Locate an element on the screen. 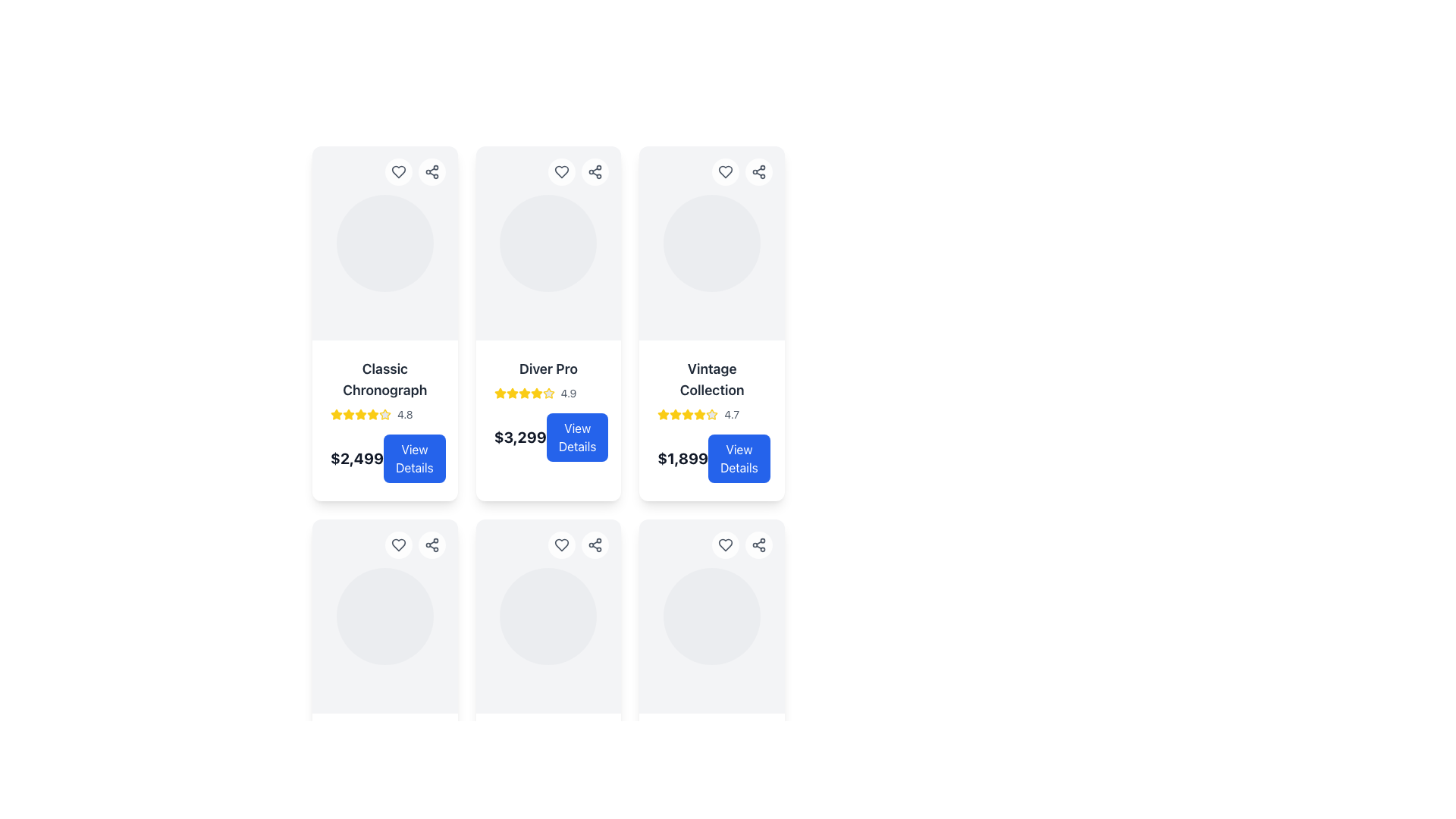  the share icon button located in the upper right corner of the 'Diver Pro' card is located at coordinates (431, 544).